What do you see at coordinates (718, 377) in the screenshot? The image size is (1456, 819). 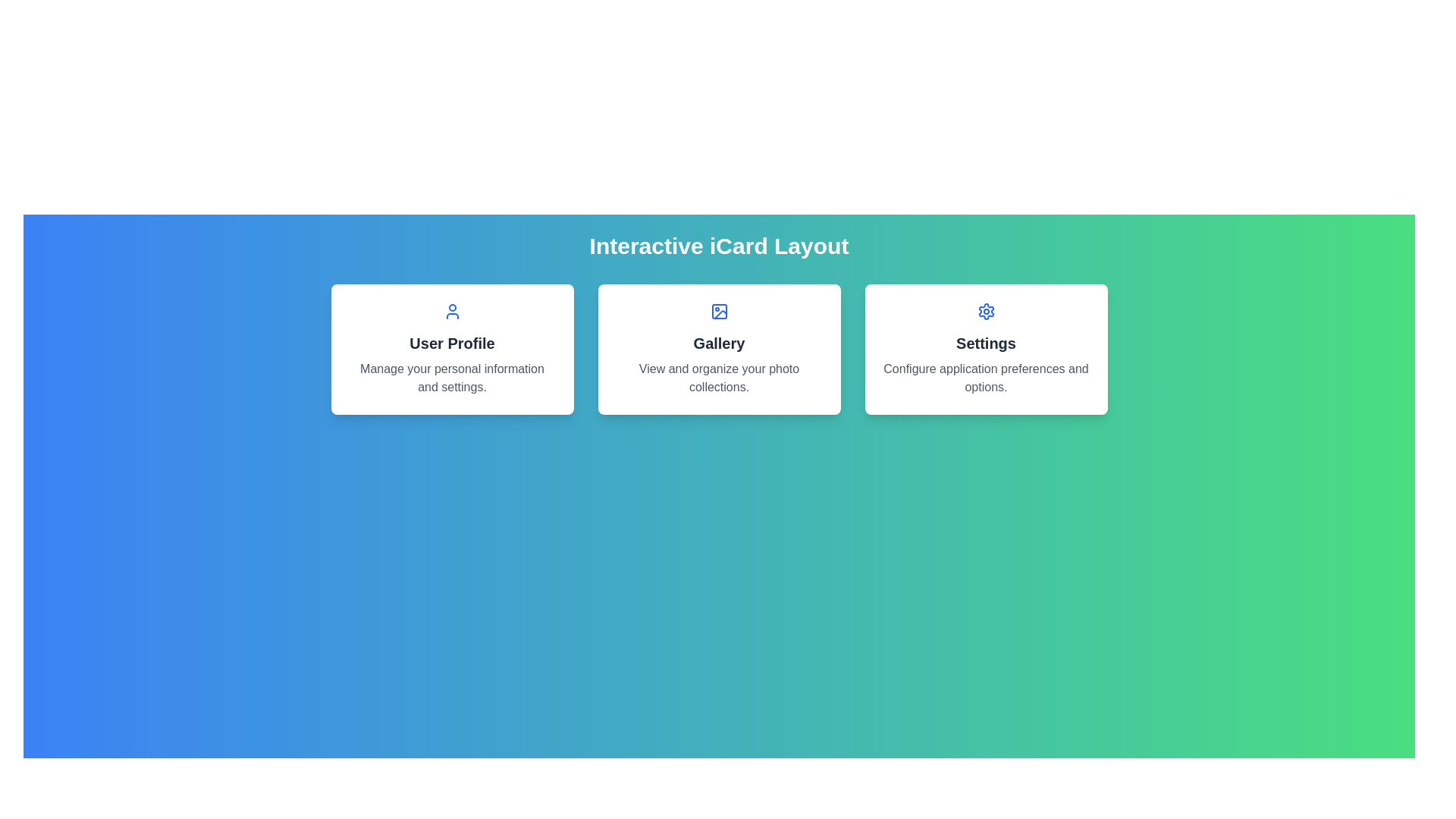 I see `the descriptive label located below the 'Gallery' heading in the 'Gallery' card, which provides information about the card's functionality` at bounding box center [718, 377].